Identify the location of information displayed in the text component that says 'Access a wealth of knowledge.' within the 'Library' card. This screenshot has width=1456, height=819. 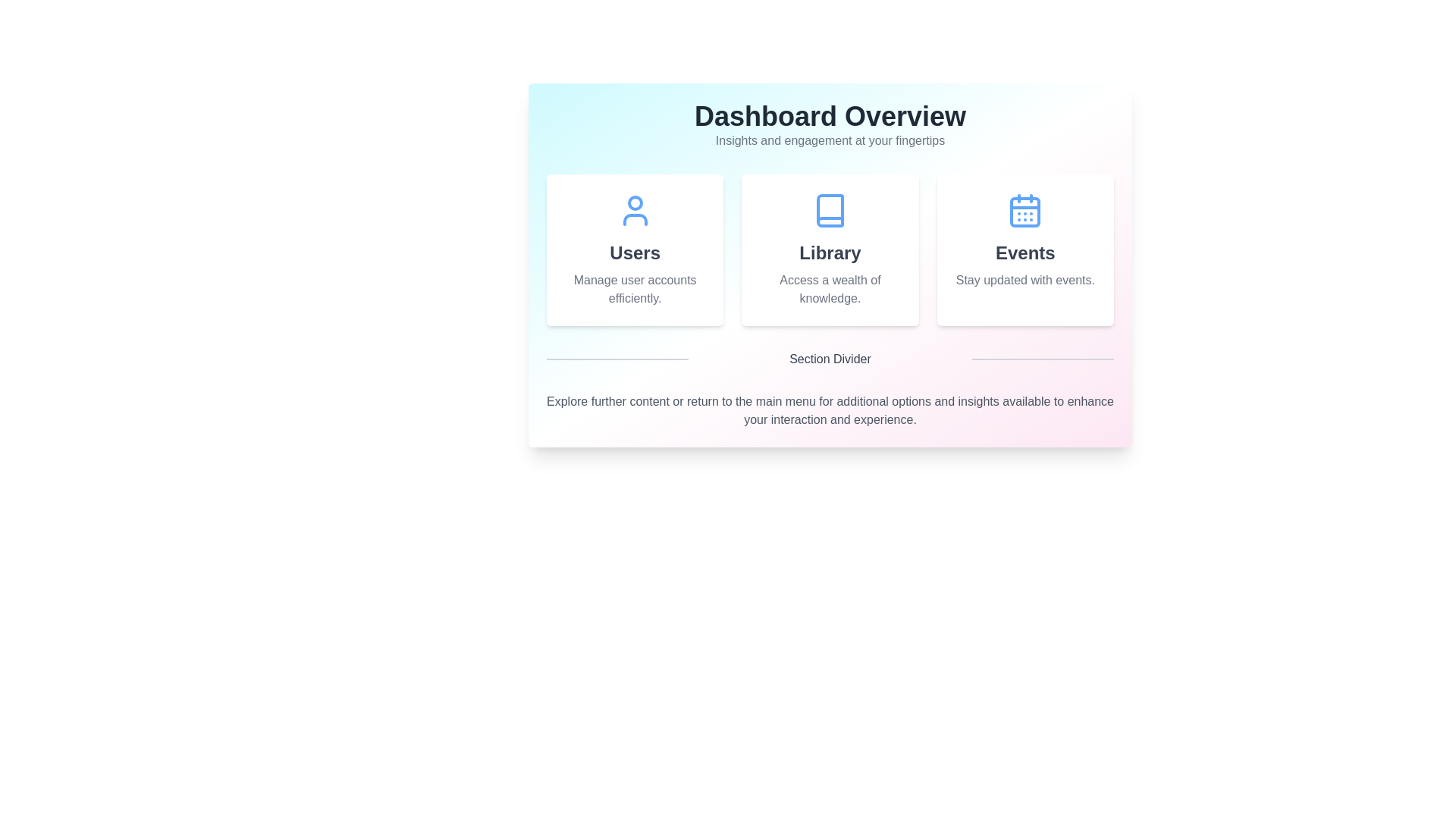
(829, 289).